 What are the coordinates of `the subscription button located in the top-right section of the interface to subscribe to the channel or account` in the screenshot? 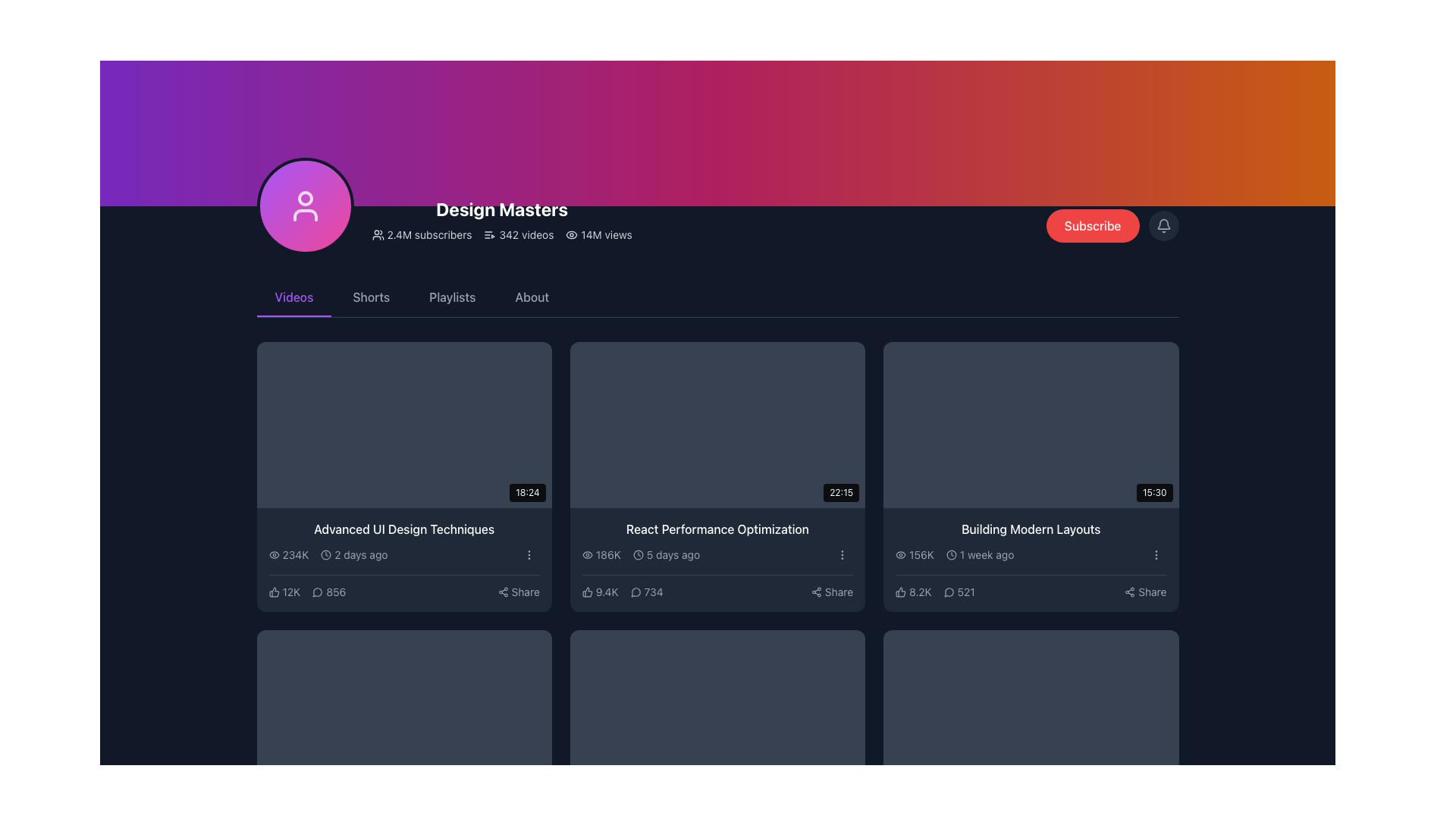 It's located at (1112, 225).